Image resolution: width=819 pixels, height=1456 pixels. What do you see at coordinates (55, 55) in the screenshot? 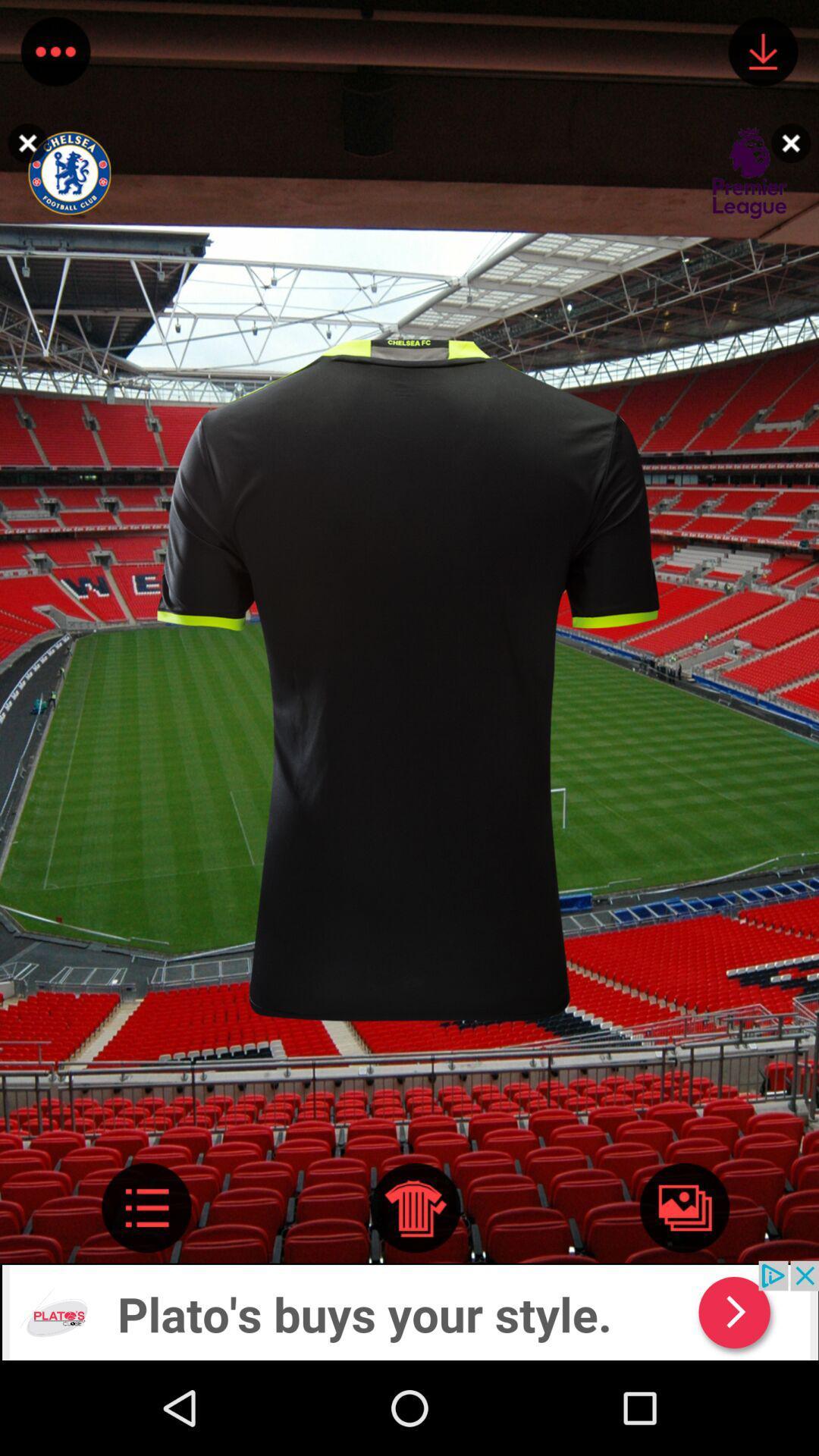
I see `the more icon` at bounding box center [55, 55].